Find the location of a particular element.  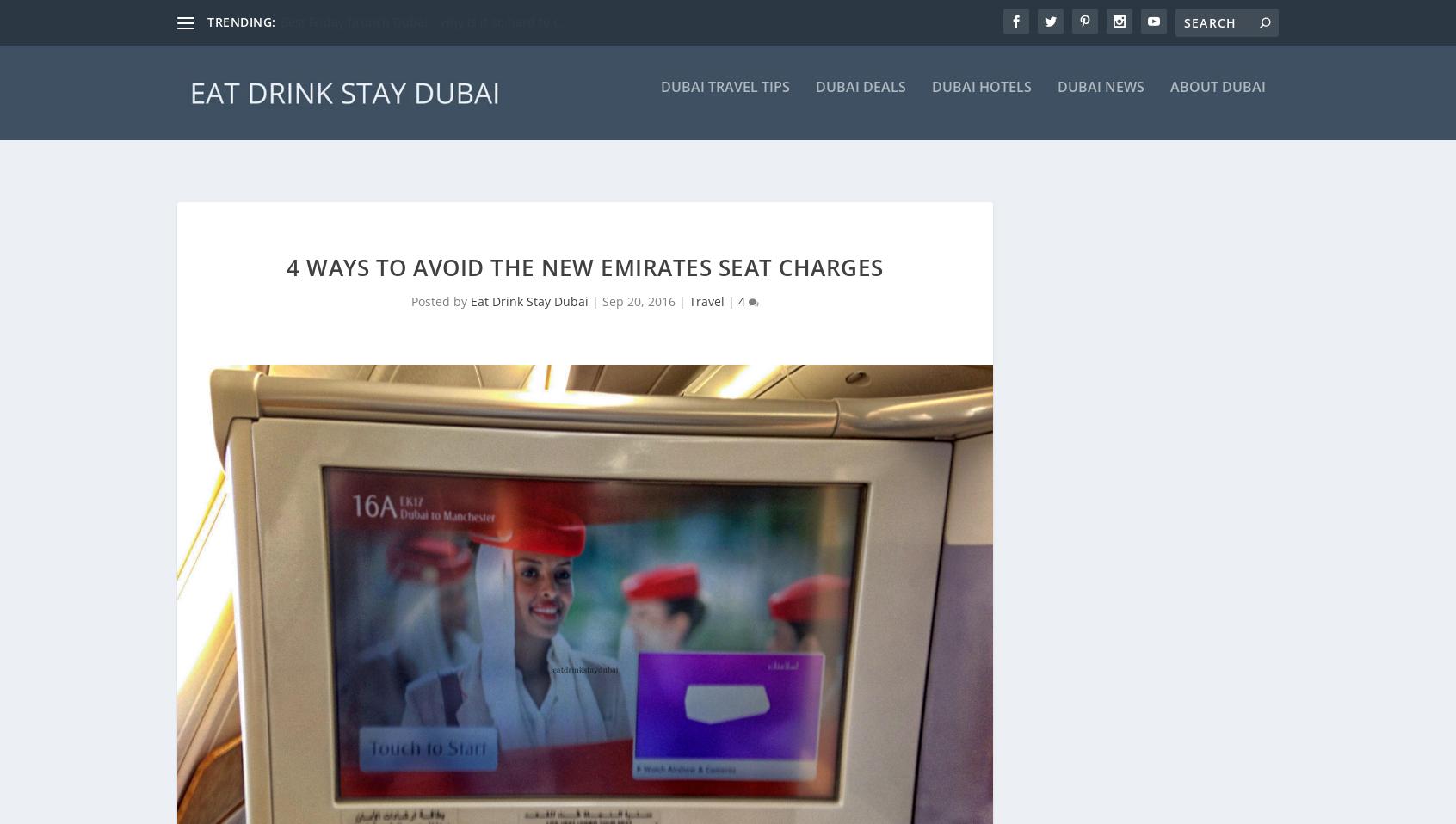

'4' is located at coordinates (742, 273).